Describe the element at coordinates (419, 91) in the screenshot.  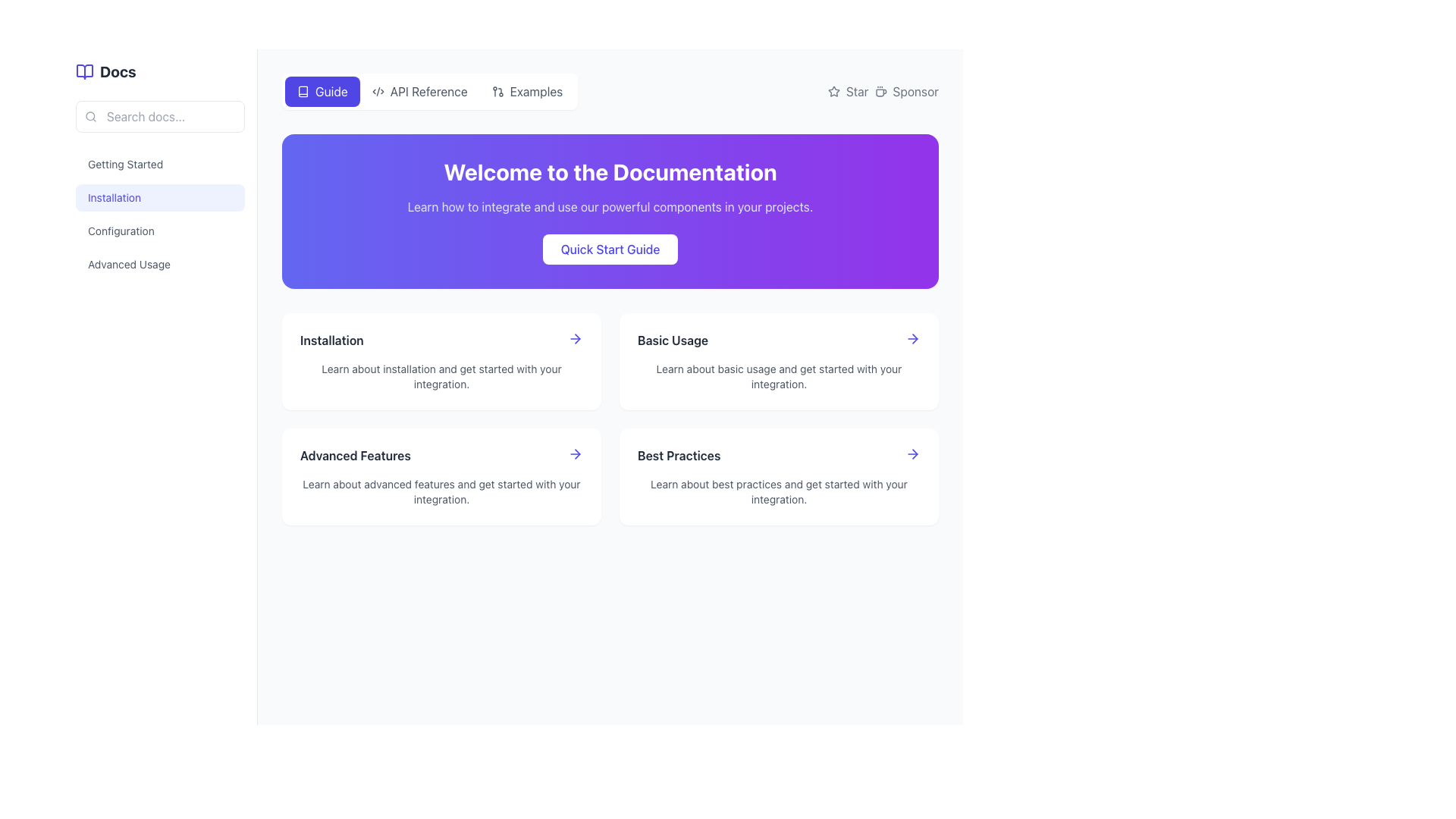
I see `the 'API Reference' button, which is the second button in the horizontal navigation bar at the top center of the interface, positioned between the 'Guide' button on the left and the 'Examples' button on the right` at that location.